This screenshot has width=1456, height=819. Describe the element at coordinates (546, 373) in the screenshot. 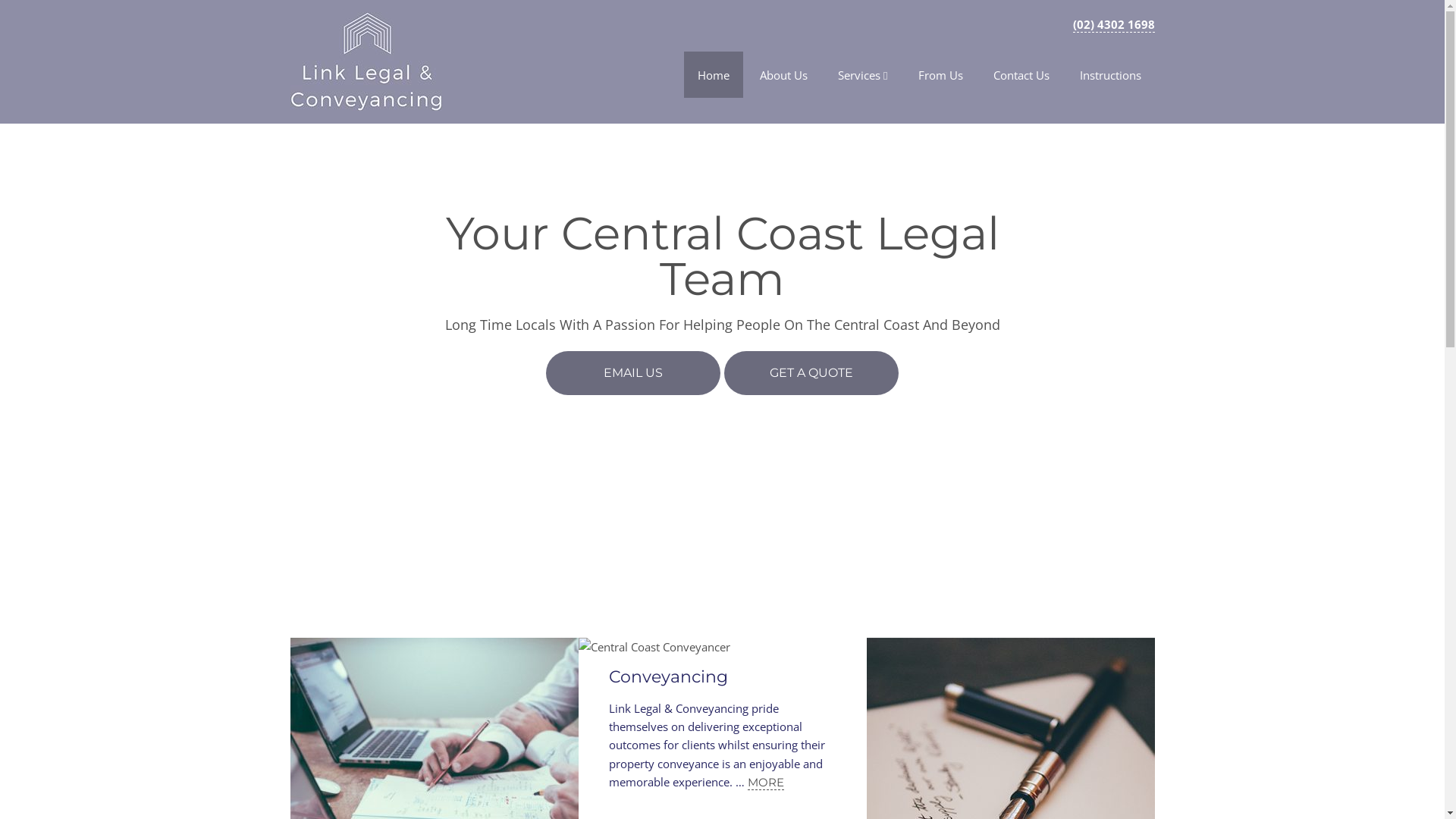

I see `'EMAIL US'` at that location.